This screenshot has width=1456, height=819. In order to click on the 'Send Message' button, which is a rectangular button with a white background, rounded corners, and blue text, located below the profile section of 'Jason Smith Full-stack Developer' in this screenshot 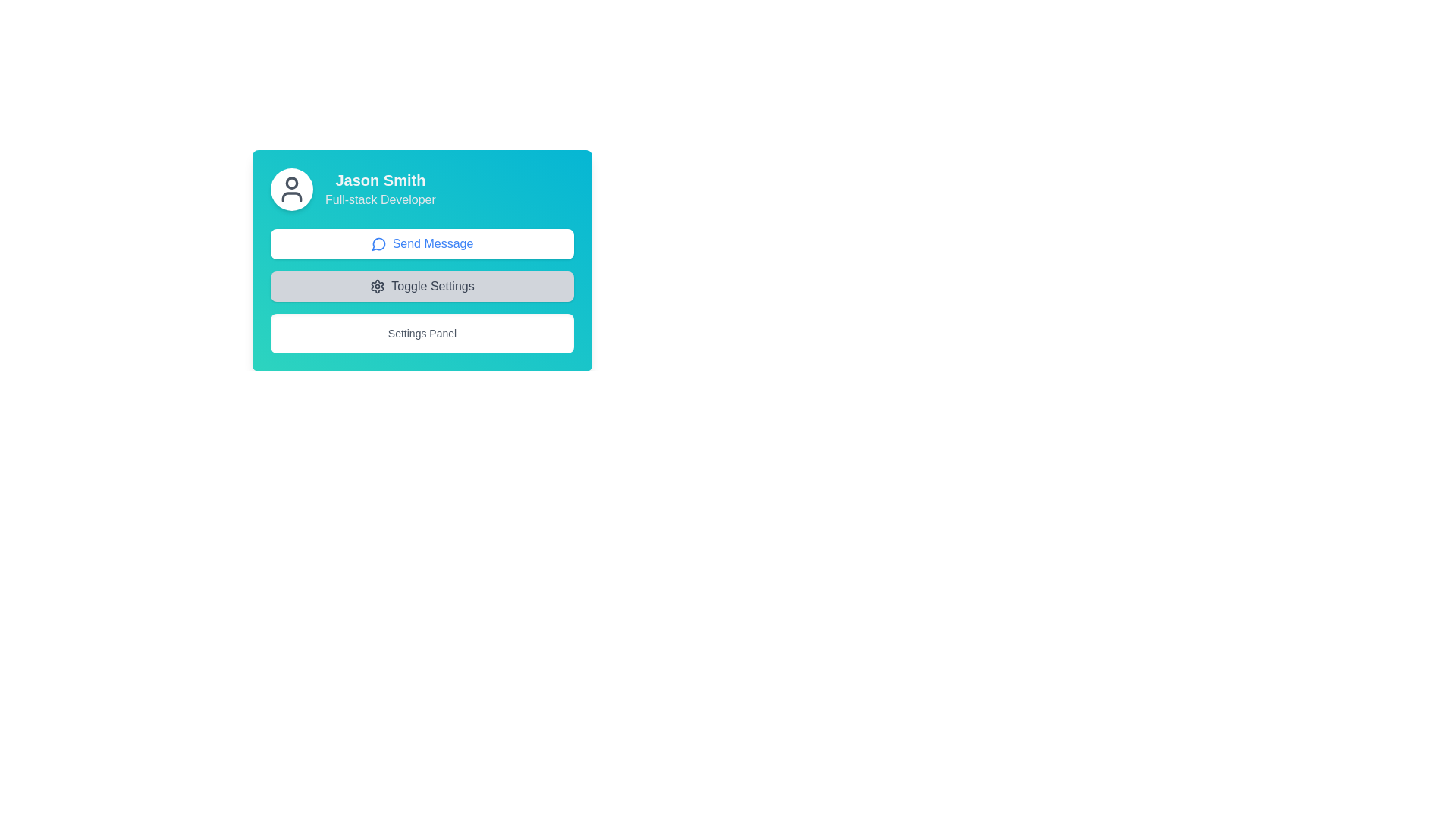, I will do `click(422, 243)`.